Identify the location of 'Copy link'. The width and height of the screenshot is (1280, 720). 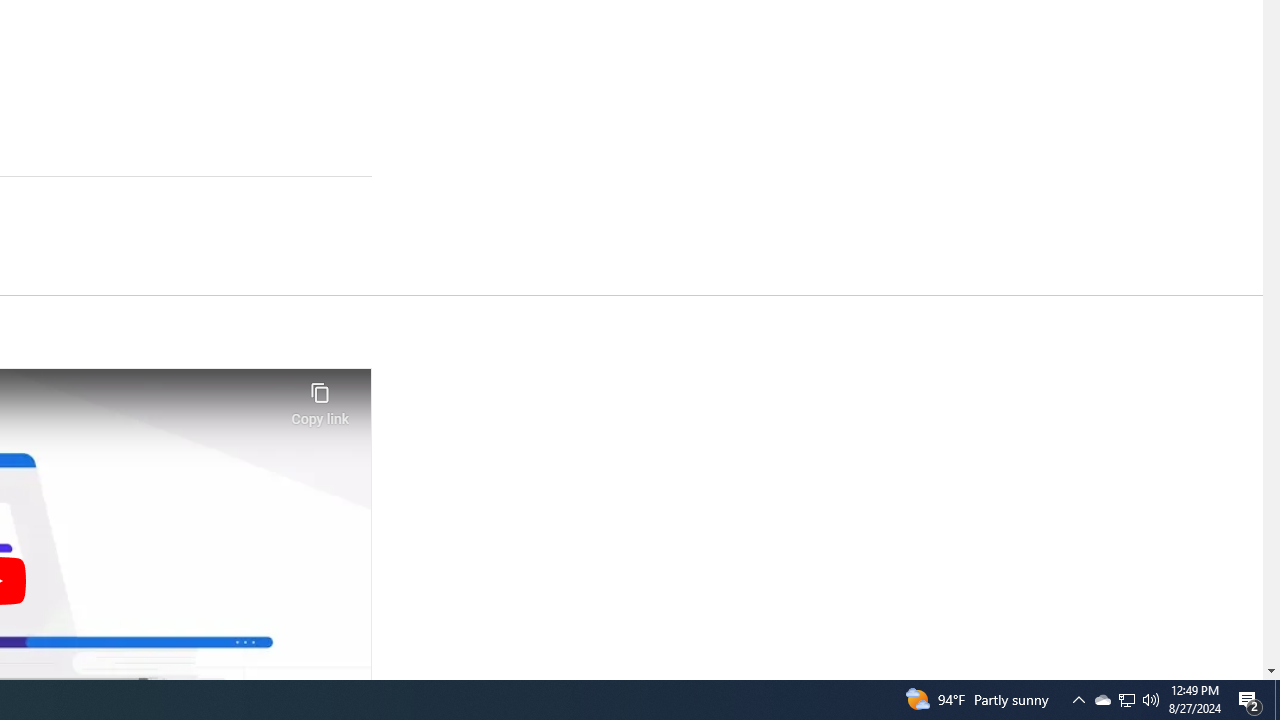
(320, 398).